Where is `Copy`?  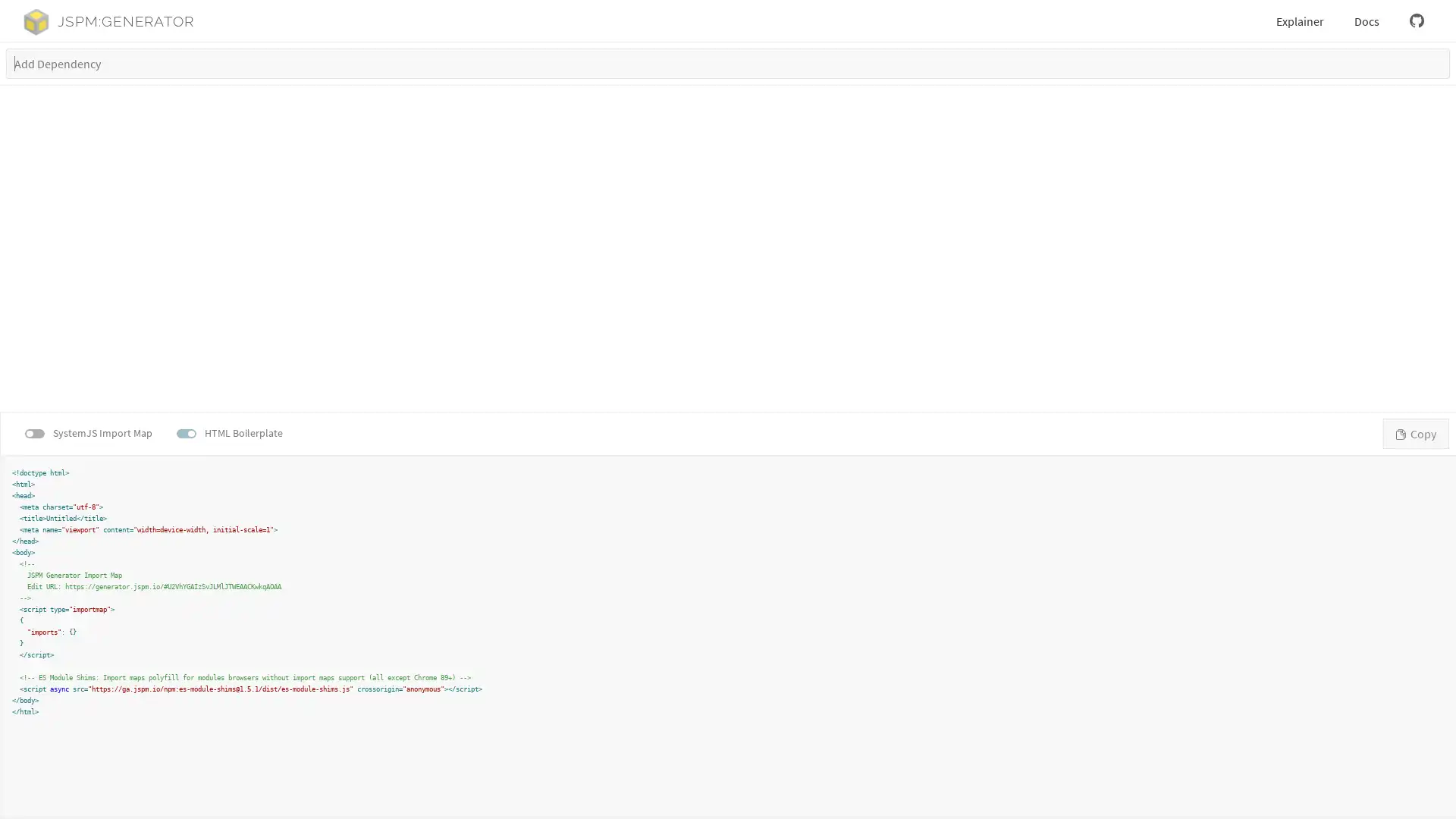 Copy is located at coordinates (1415, 433).